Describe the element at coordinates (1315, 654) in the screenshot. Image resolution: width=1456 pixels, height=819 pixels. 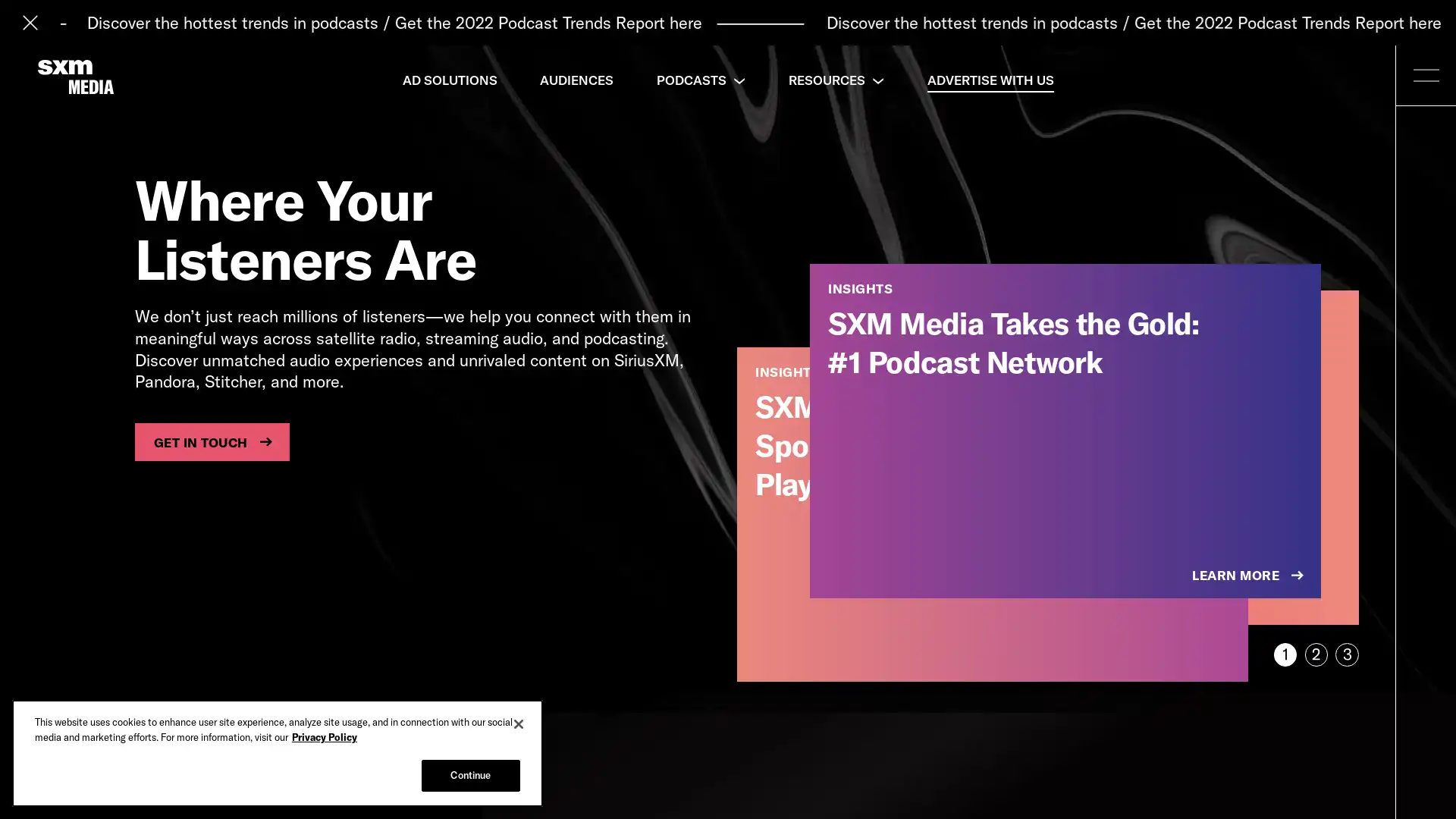
I see `2` at that location.